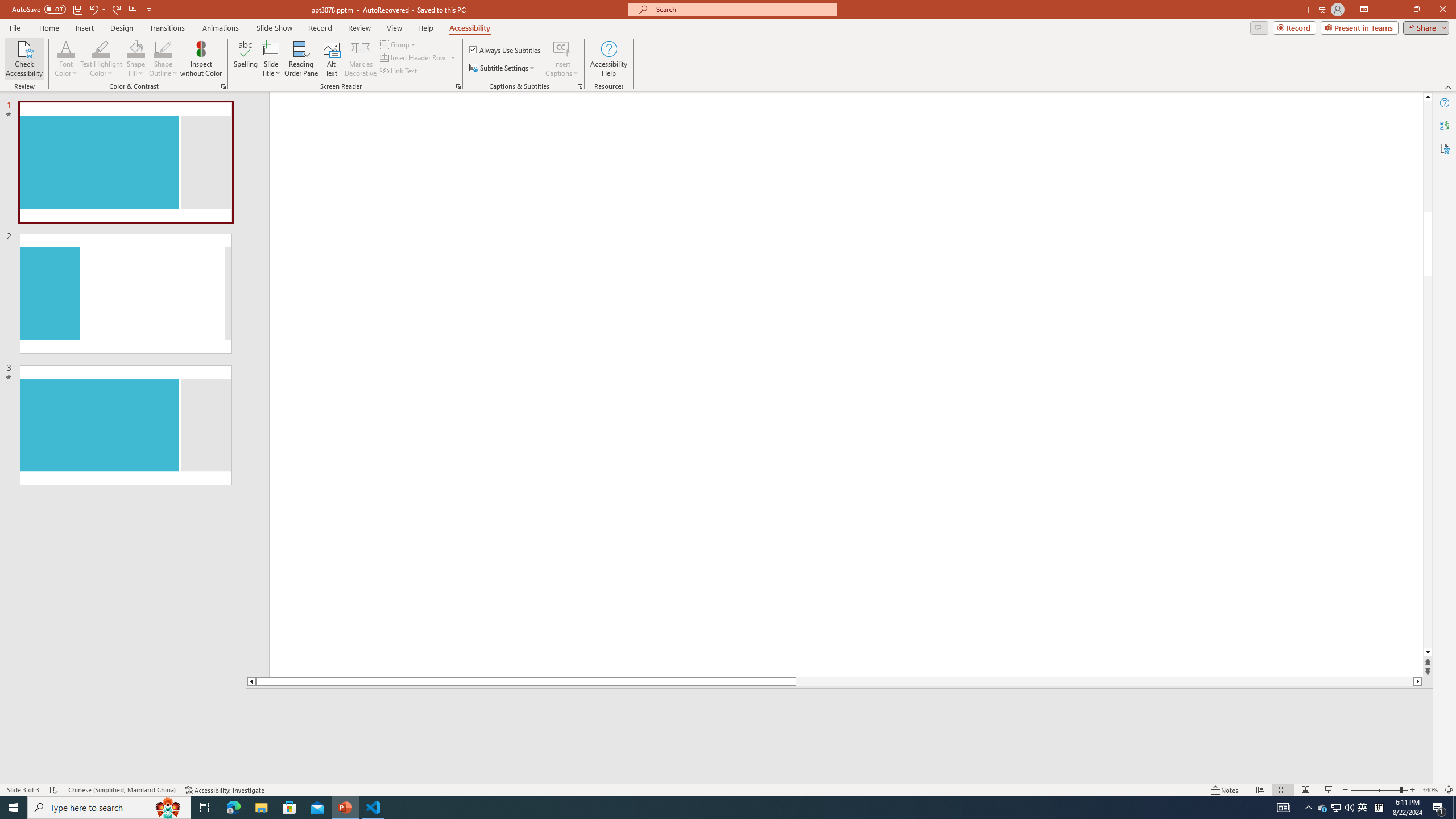 This screenshot has width=1456, height=819. Describe the element at coordinates (301, 59) in the screenshot. I see `'Reading Order Pane'` at that location.